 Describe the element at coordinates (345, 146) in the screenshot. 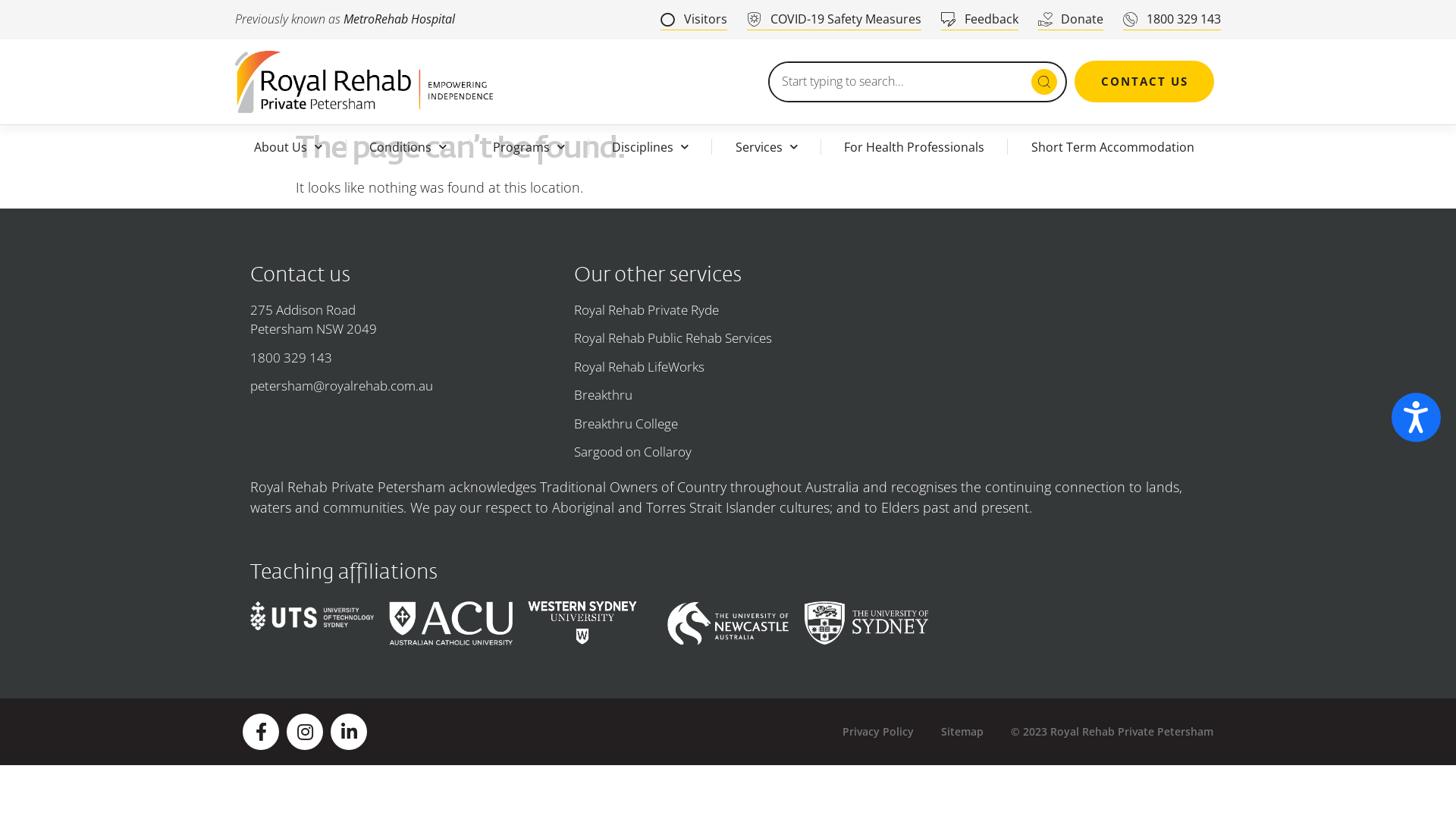

I see `'Conditions'` at that location.